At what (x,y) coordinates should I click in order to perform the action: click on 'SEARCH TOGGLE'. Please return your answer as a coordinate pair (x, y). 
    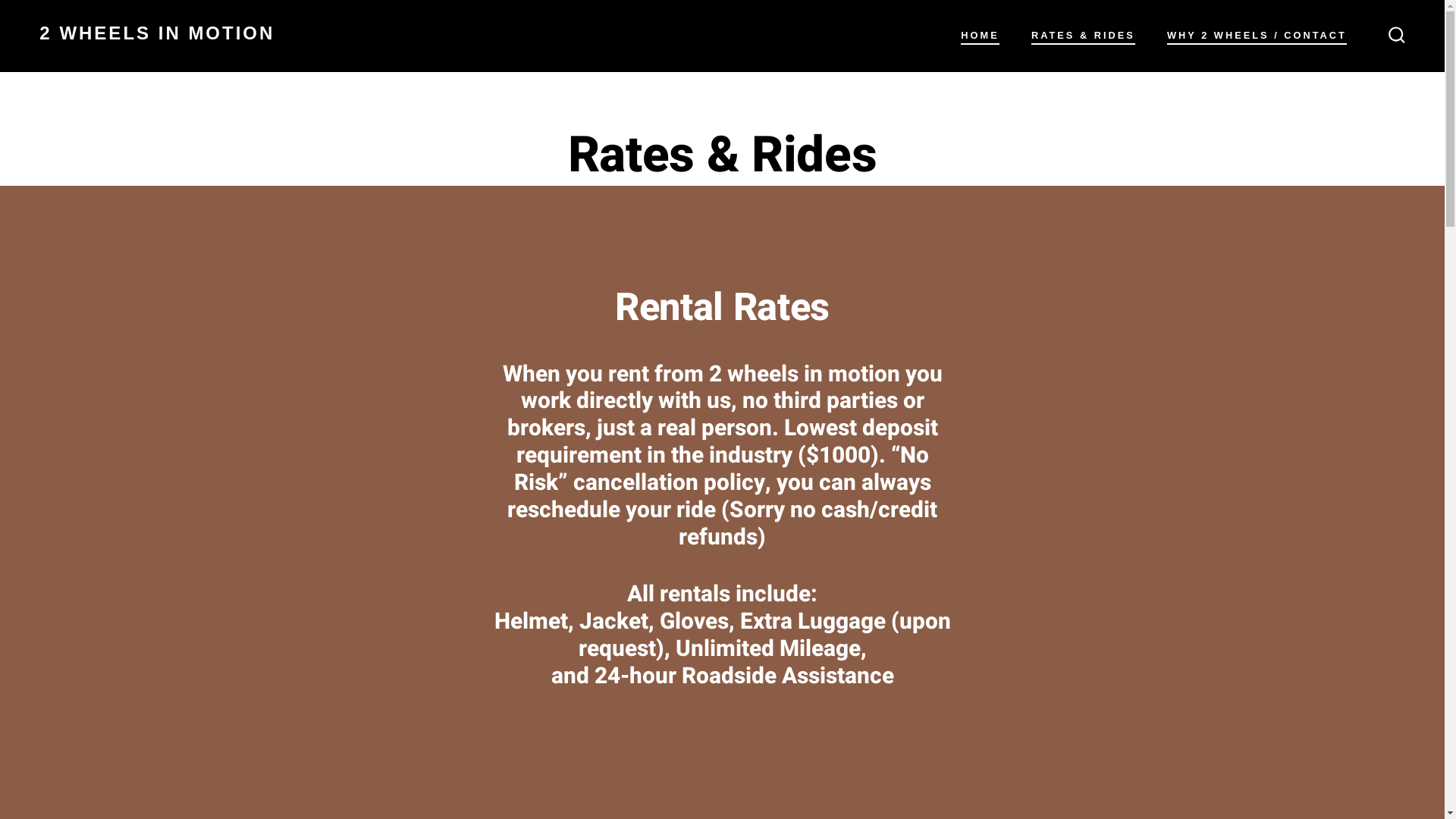
    Looking at the image, I should click on (1396, 34).